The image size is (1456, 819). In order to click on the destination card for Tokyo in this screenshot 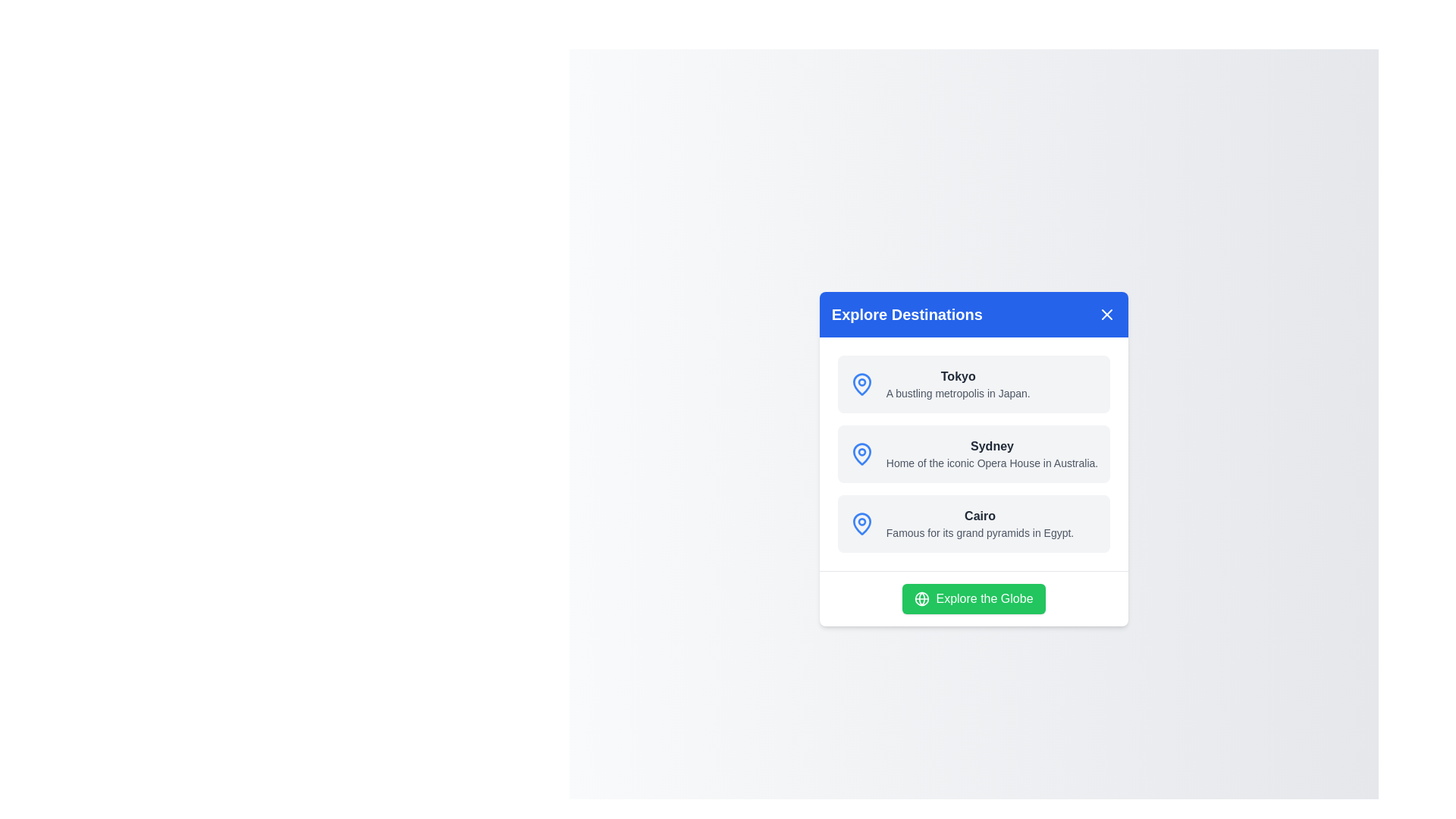, I will do `click(974, 383)`.